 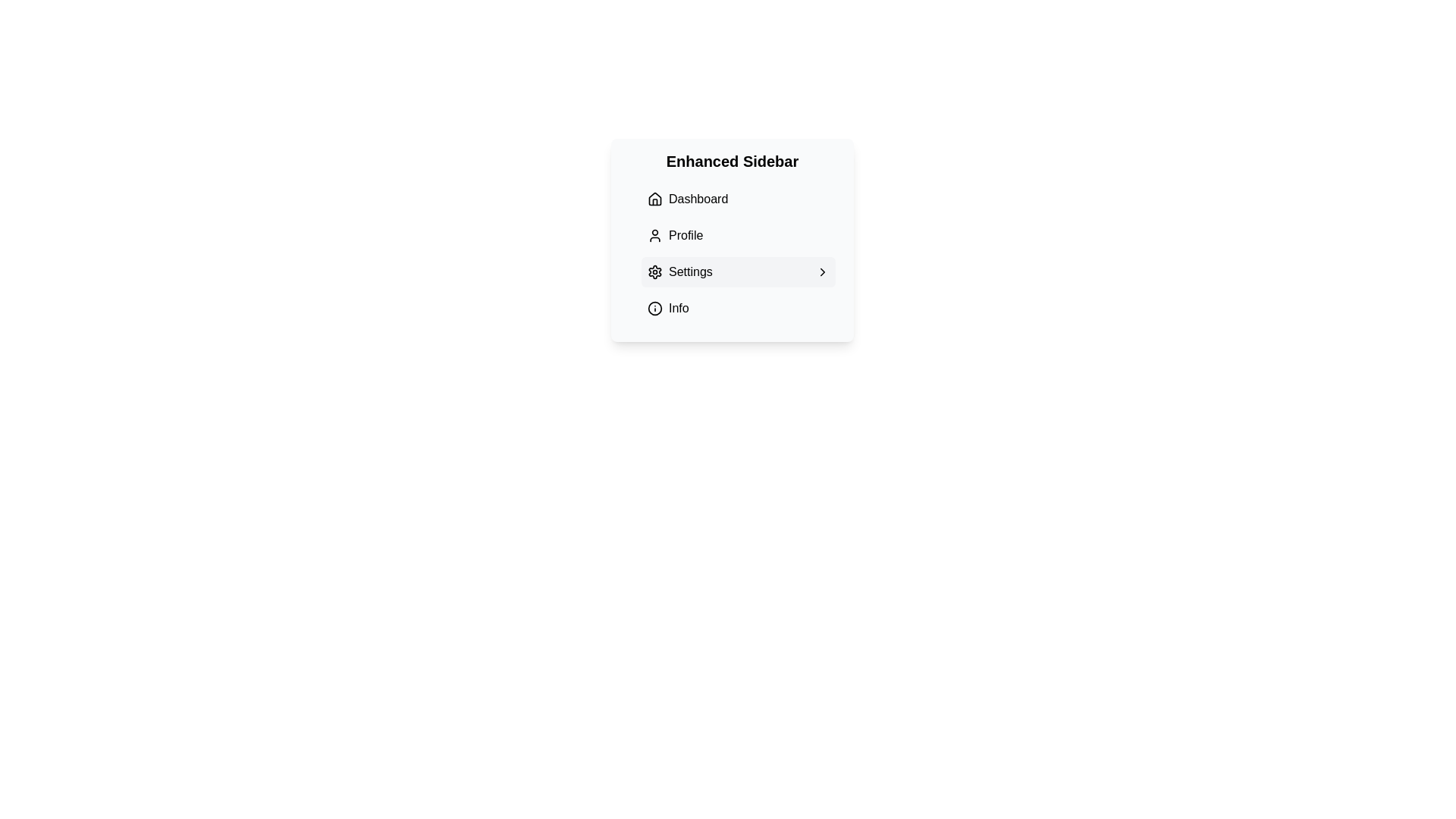 What do you see at coordinates (739, 236) in the screenshot?
I see `the 'Profile' menu item in the Enhanced Sidebar to prepare for interaction` at bounding box center [739, 236].